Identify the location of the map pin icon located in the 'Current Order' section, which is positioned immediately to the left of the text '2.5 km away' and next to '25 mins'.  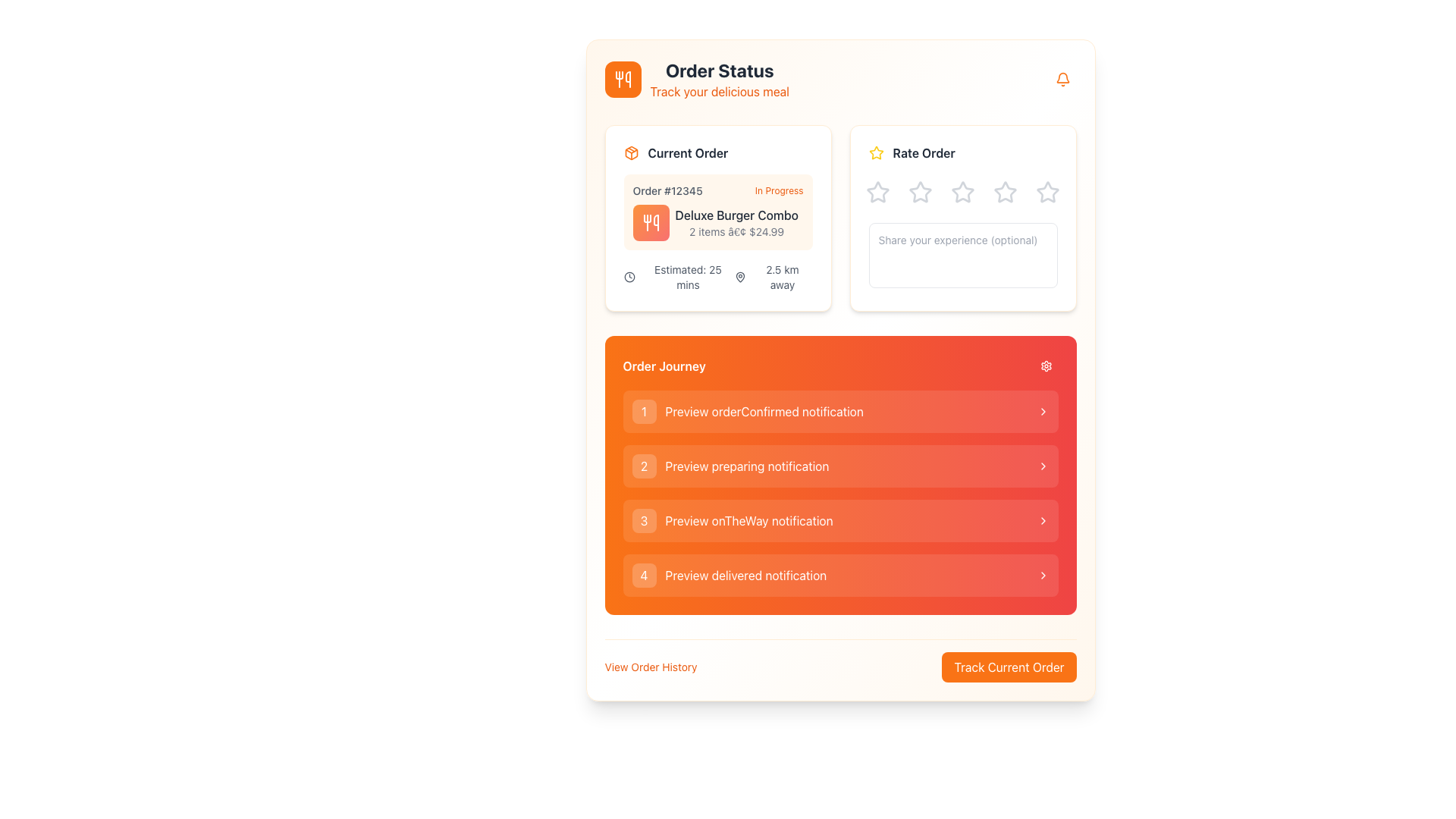
(740, 278).